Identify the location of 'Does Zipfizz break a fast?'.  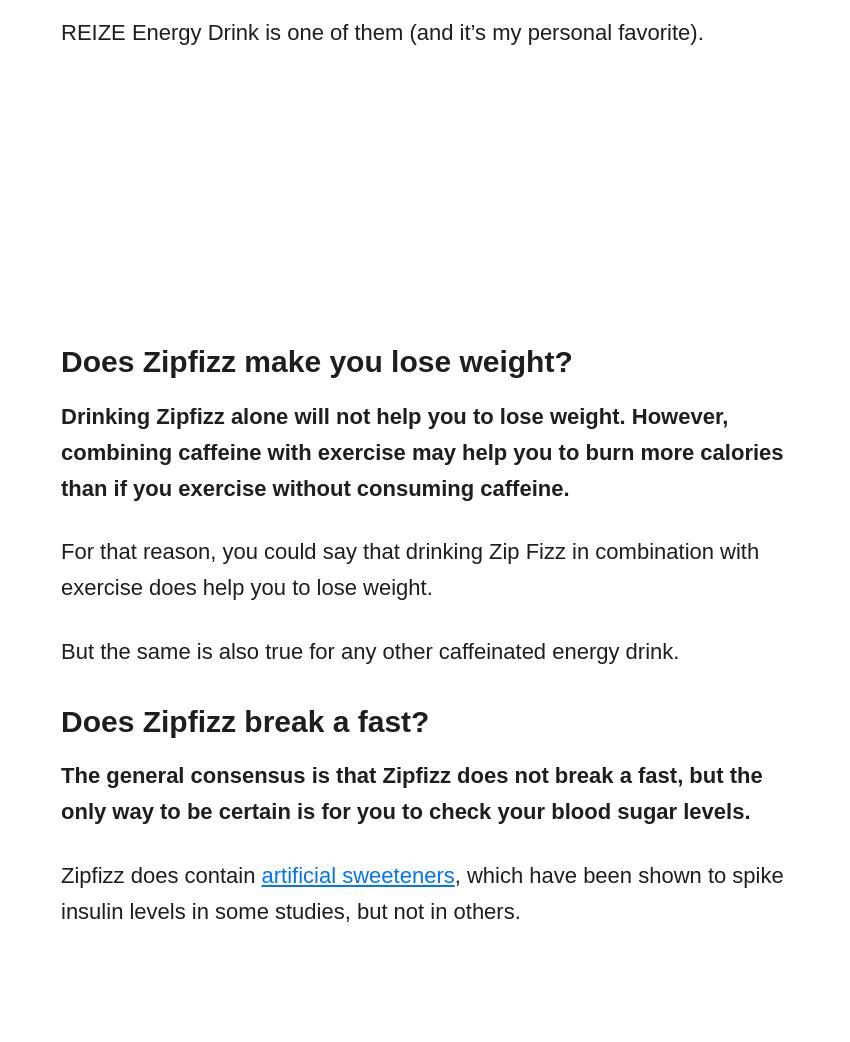
(61, 719).